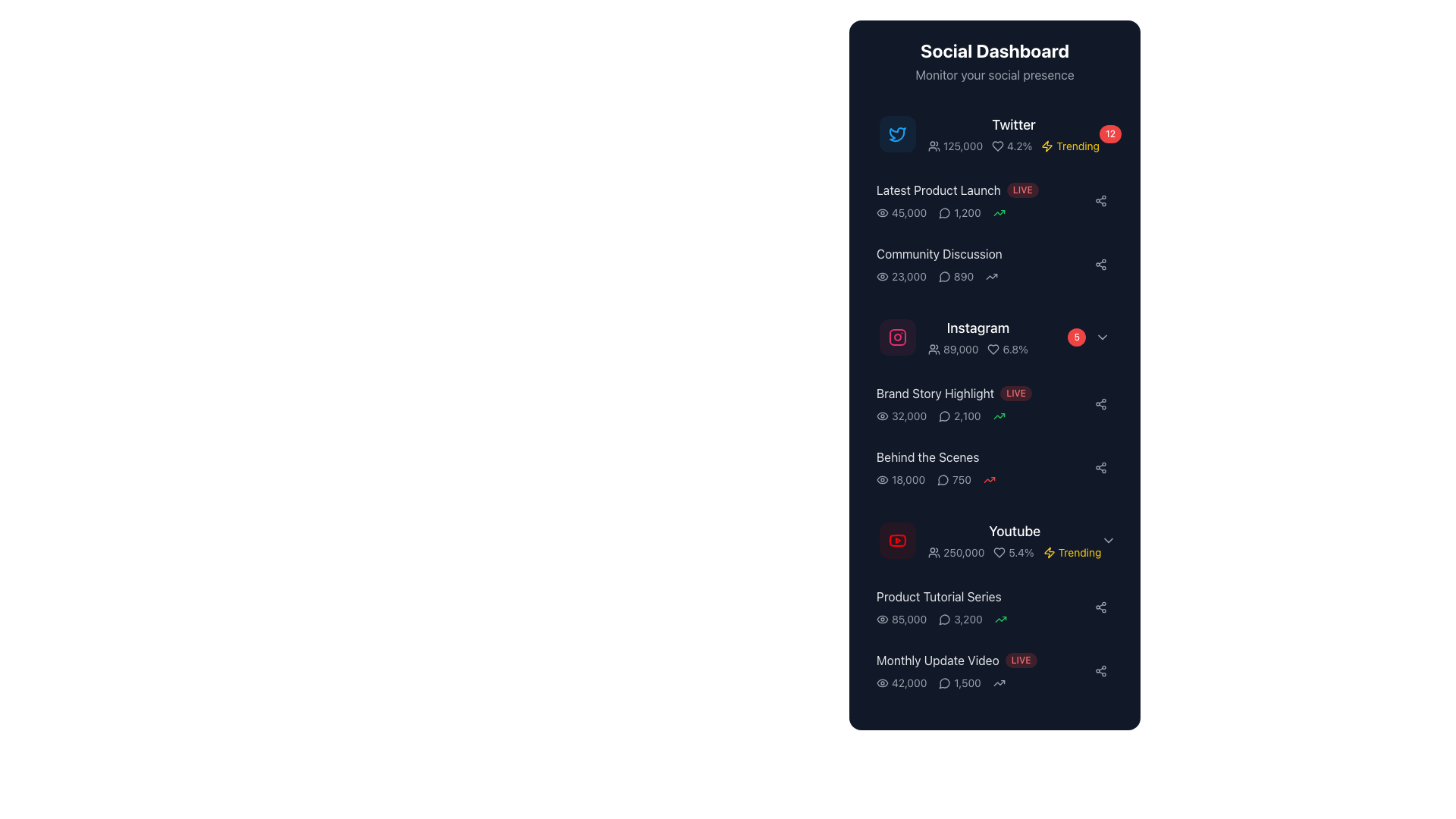 The image size is (1456, 819). Describe the element at coordinates (983, 403) in the screenshot. I see `details of the social media post displayed in the static content block, which includes its title, status marked as LIVE, and engagement metrics such as views and comments` at that location.